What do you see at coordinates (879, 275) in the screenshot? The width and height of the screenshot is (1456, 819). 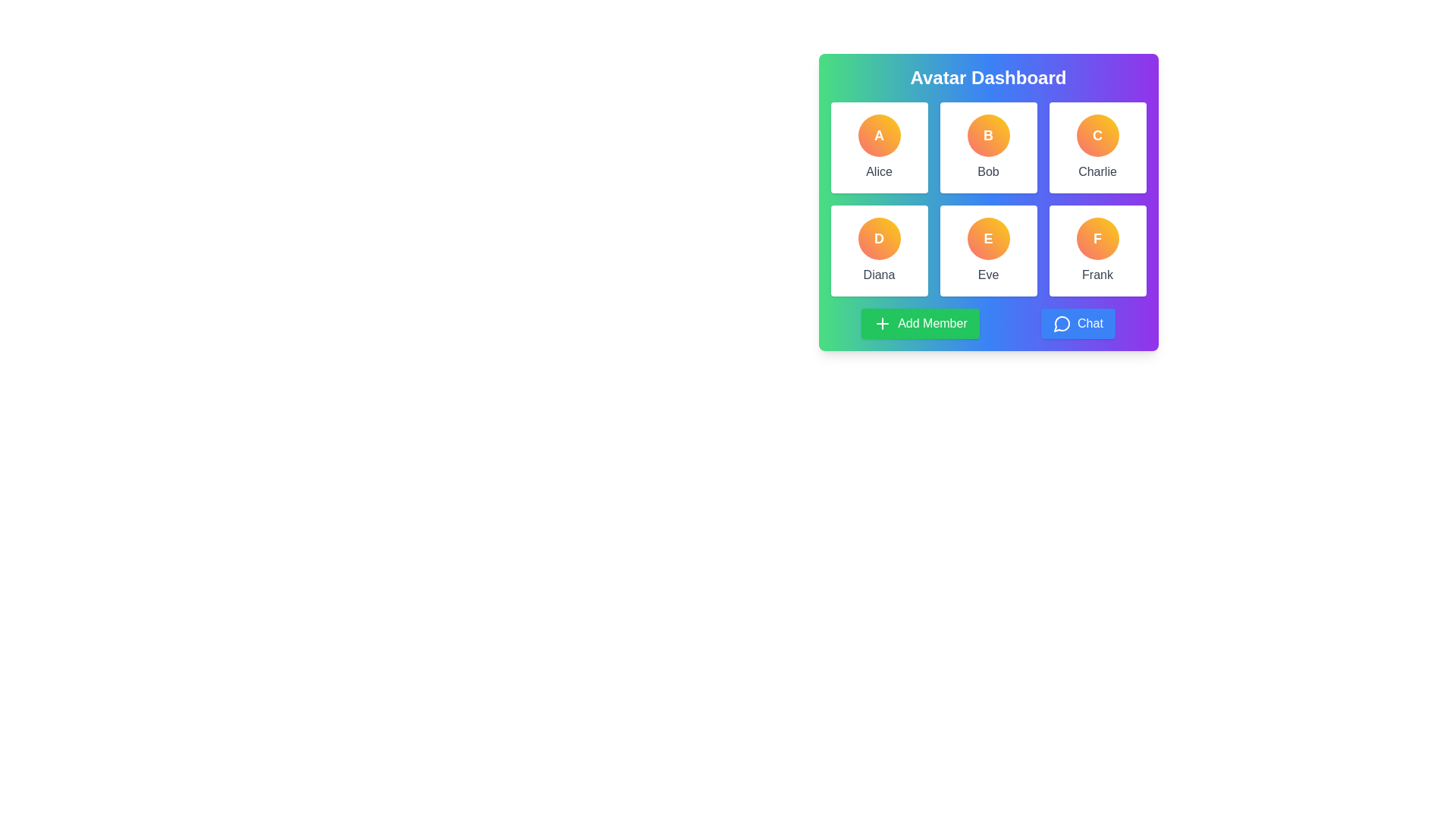 I see `the text label indicating the name 'Diana' beneath the circular avatar with the letter 'D', located in the leftmost column of the second row in the grid layout of the Avatar Dashboard` at bounding box center [879, 275].